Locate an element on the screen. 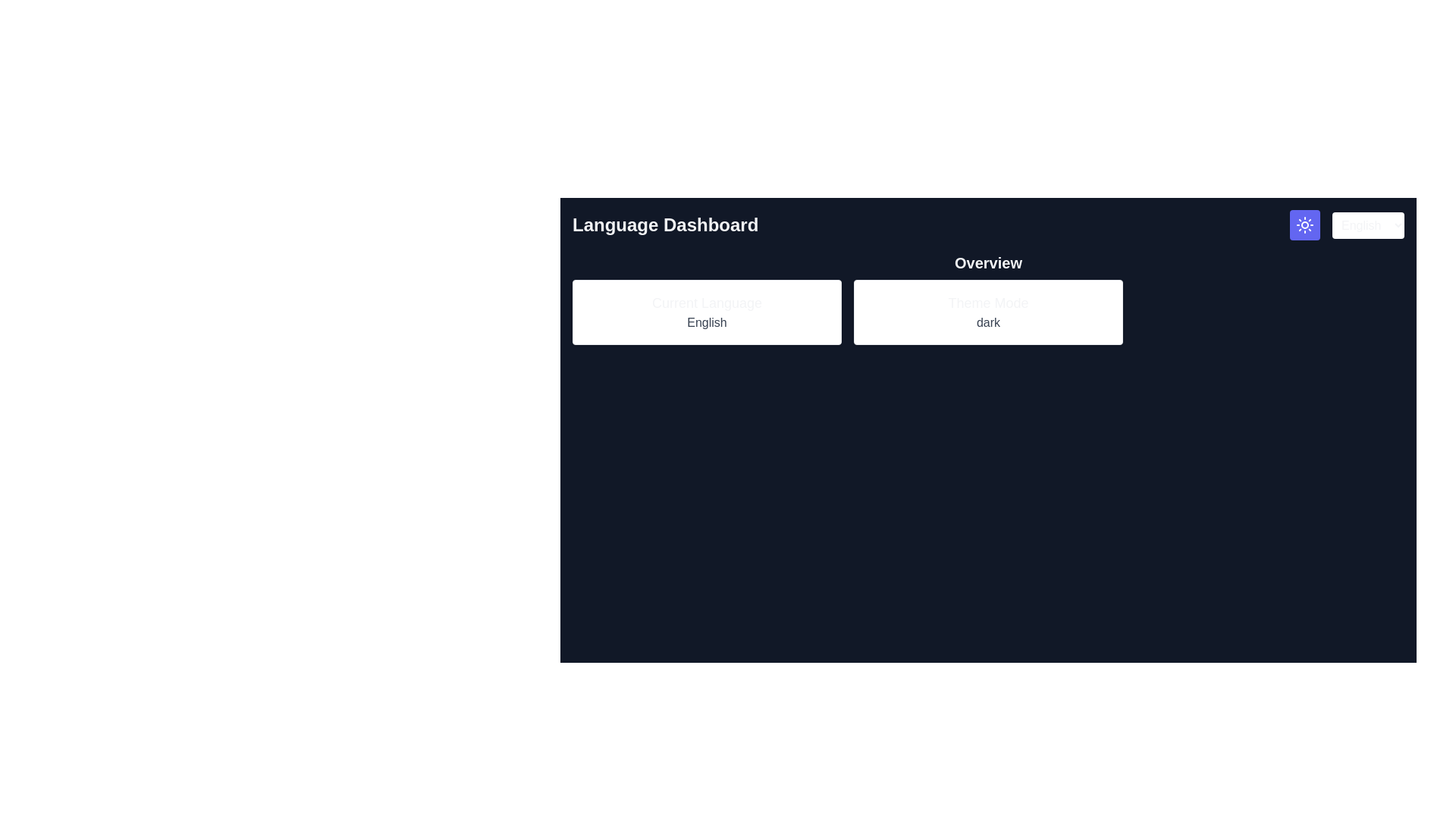 This screenshot has width=1456, height=819. the prominent bold white text displaying 'Language Dashboard' located near the top left corner of the interface to trigger additional functionality is located at coordinates (665, 225).